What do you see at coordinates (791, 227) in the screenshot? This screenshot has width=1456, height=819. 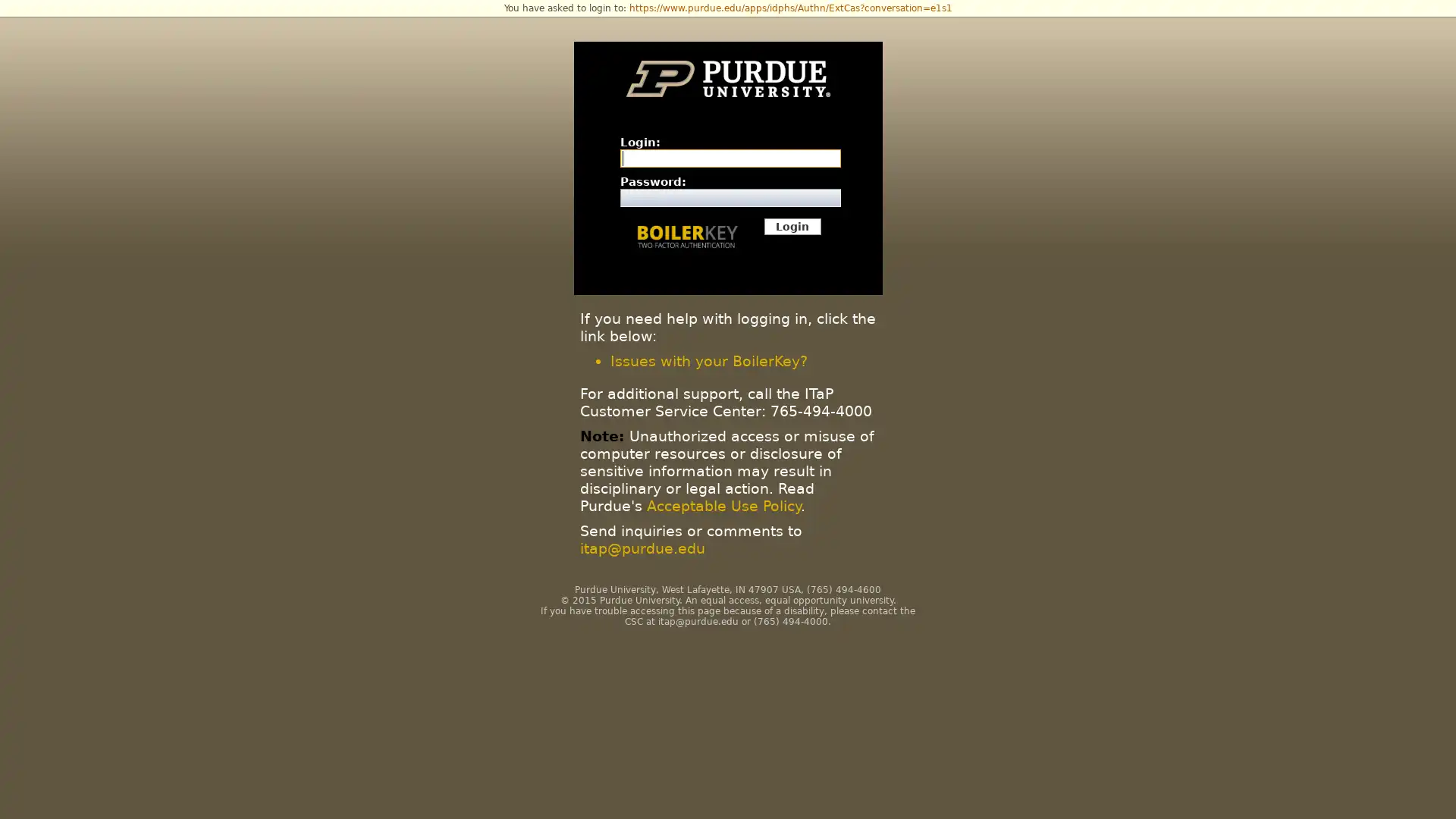 I see `Login` at bounding box center [791, 227].